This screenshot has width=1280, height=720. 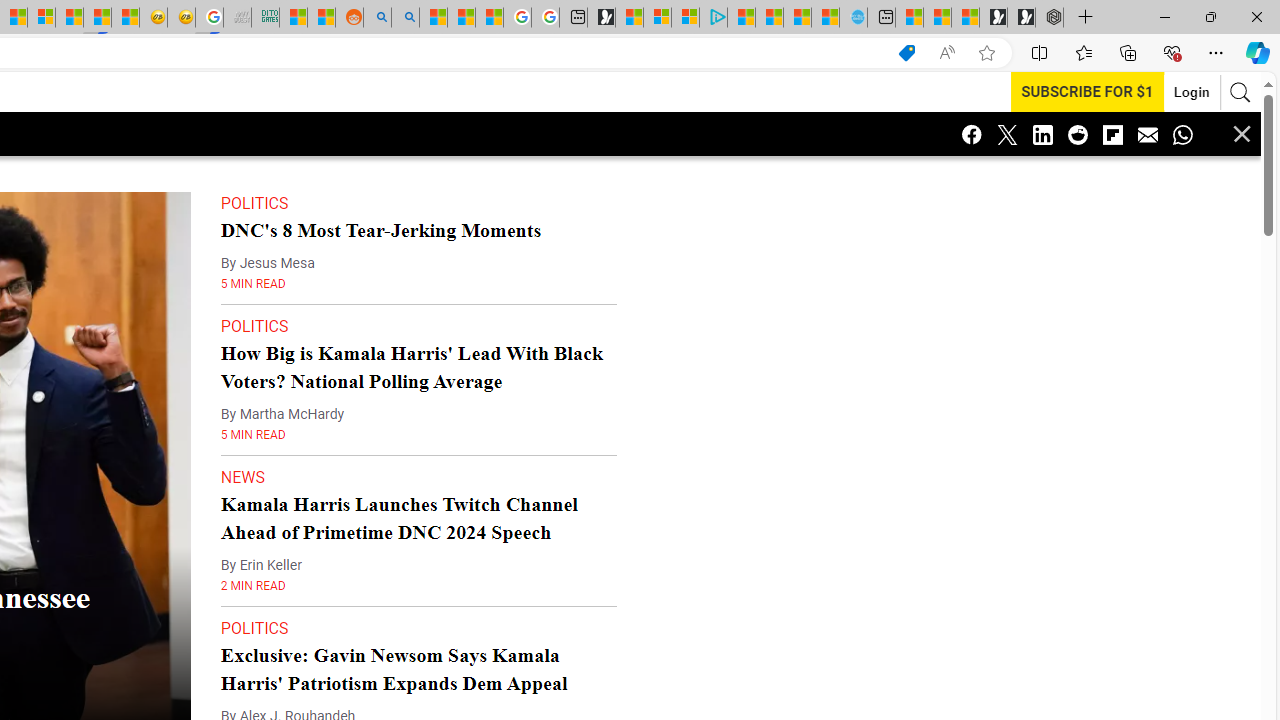 What do you see at coordinates (1111, 133) in the screenshot?
I see `'Class: icon-flipboard'` at bounding box center [1111, 133].